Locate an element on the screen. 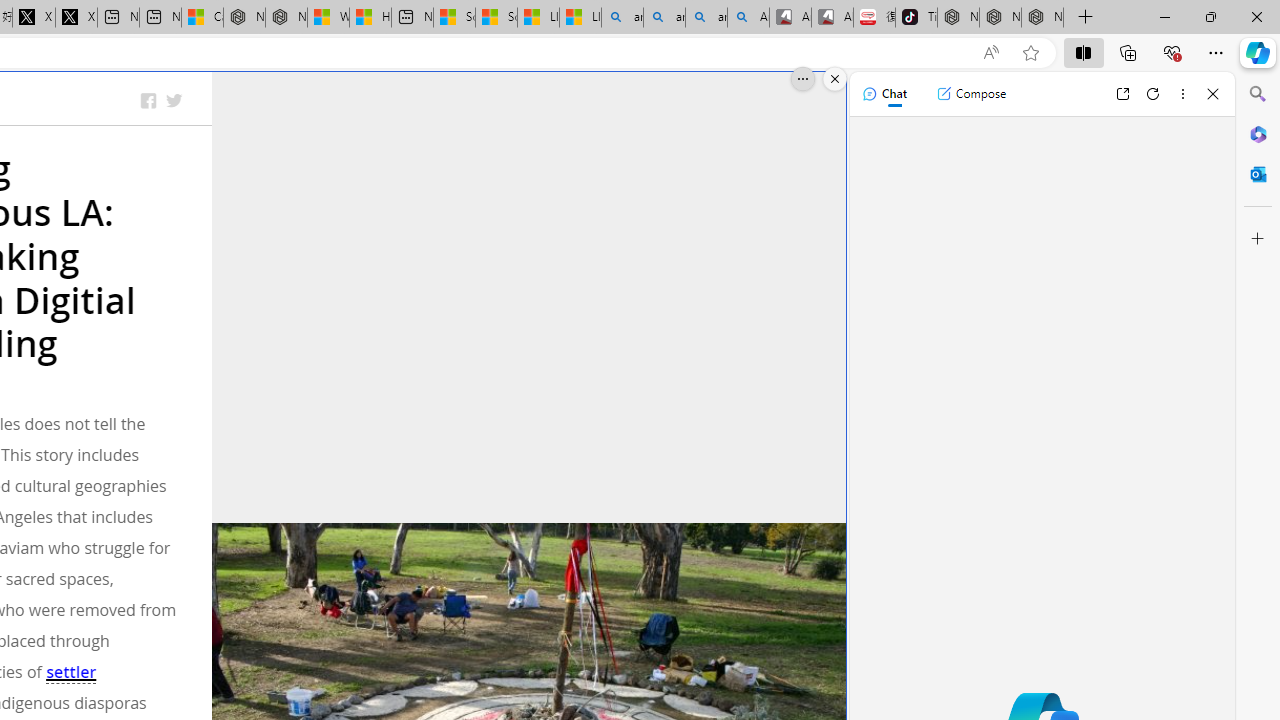 The image size is (1280, 720). 'amazon - Search' is located at coordinates (664, 17).